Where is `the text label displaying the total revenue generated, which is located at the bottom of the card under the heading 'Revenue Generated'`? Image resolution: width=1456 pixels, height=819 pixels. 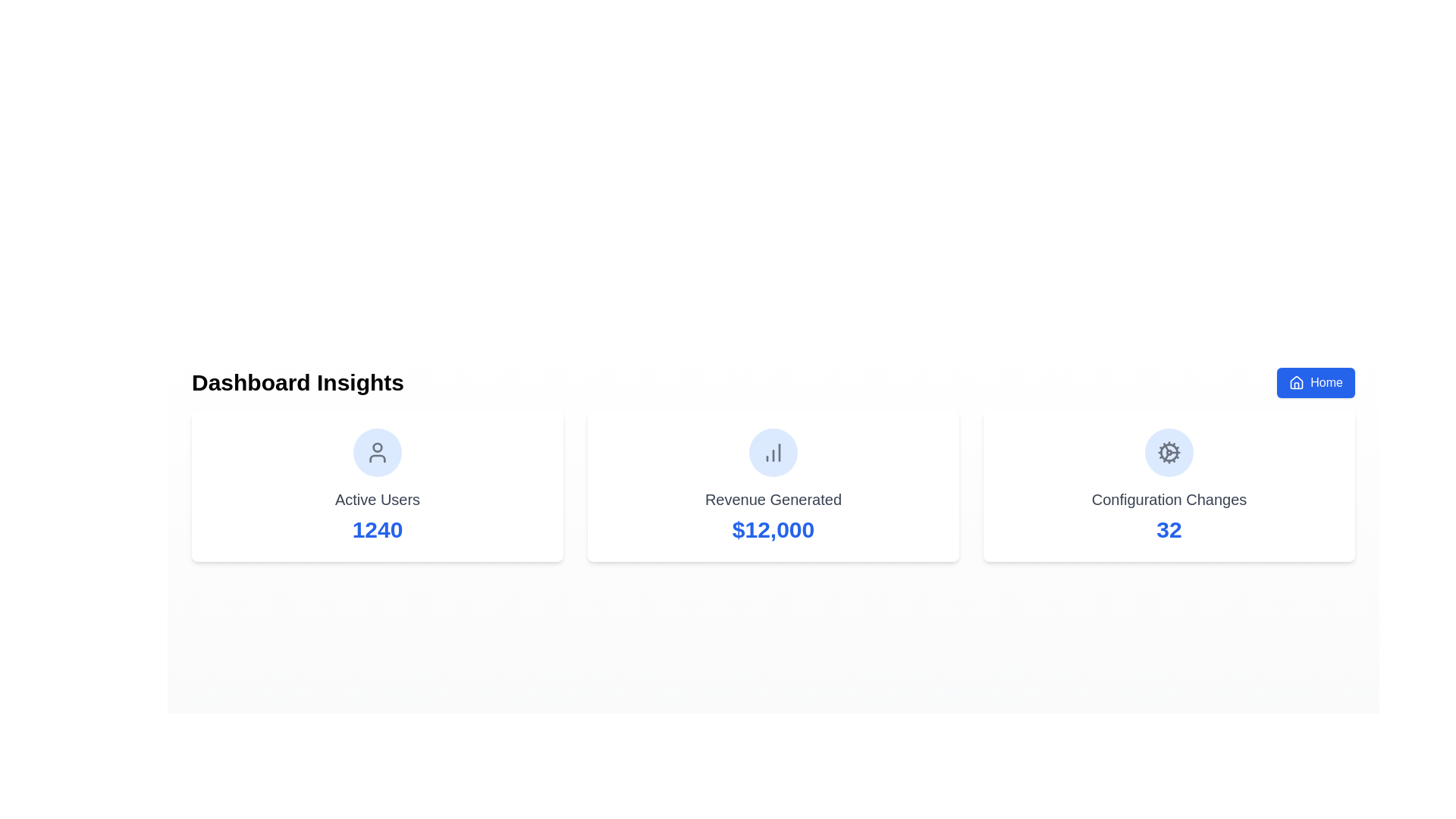 the text label displaying the total revenue generated, which is located at the bottom of the card under the heading 'Revenue Generated' is located at coordinates (773, 529).